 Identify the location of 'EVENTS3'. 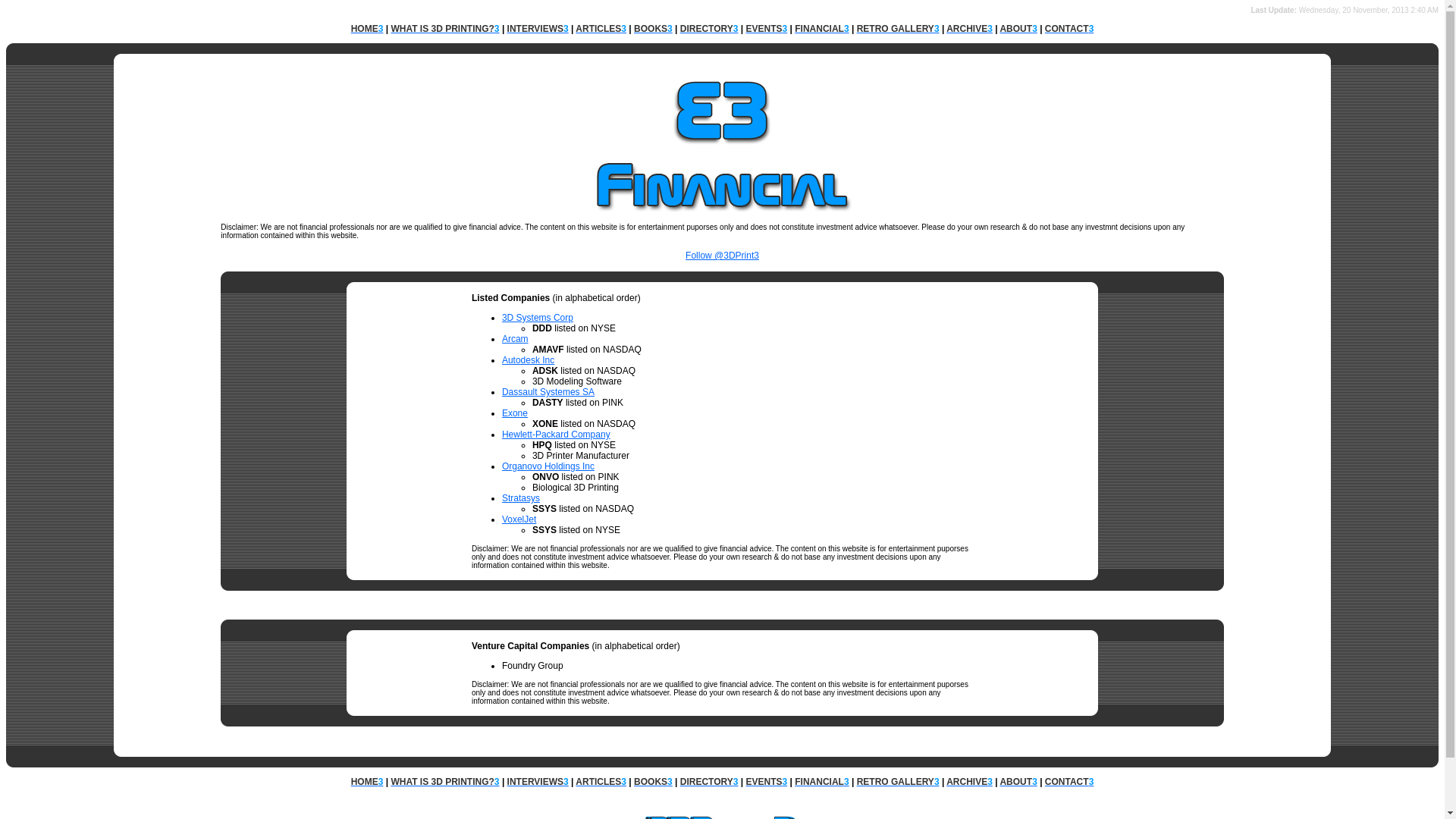
(767, 29).